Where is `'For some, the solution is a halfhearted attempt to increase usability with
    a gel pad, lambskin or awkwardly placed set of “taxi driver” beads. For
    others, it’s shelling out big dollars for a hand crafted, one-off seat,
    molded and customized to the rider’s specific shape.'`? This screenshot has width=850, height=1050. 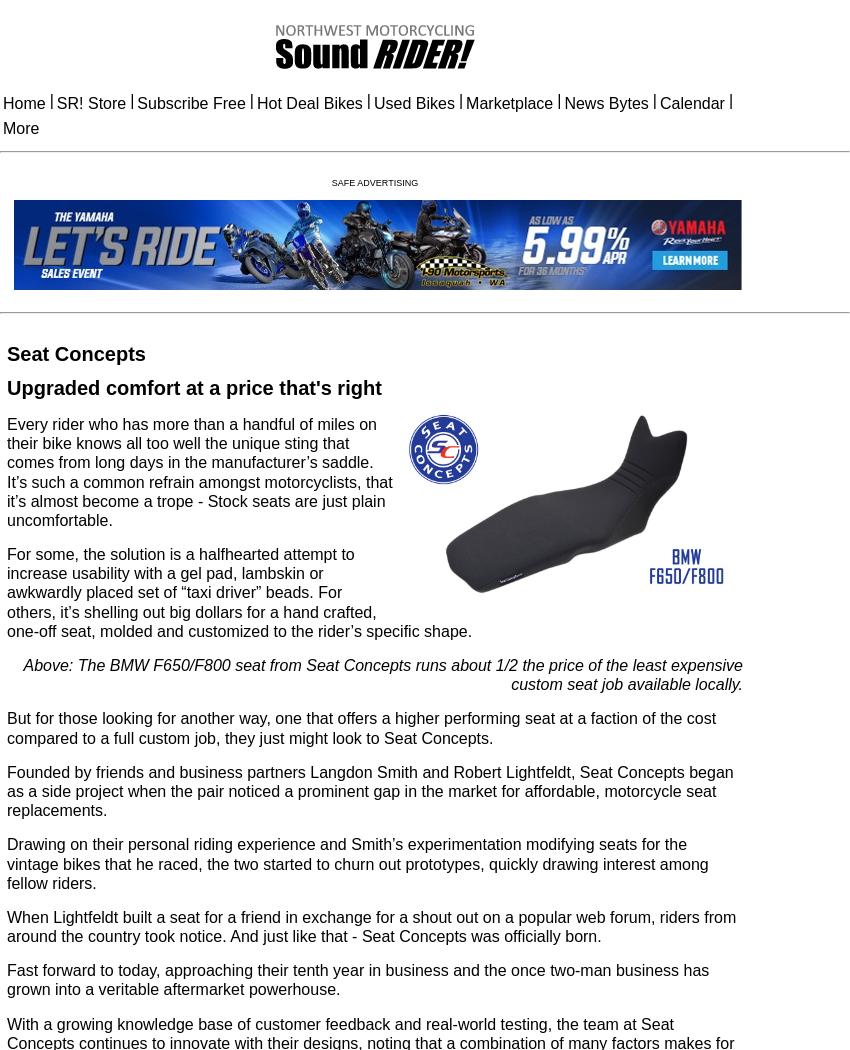
'For some, the solution is a halfhearted attempt to increase usability with
    a gel pad, lambskin or awkwardly placed set of “taxi driver” beads. For
    others, it’s shelling out big dollars for a hand crafted, one-off seat,
    molded and customized to the rider’s specific shape.' is located at coordinates (239, 591).